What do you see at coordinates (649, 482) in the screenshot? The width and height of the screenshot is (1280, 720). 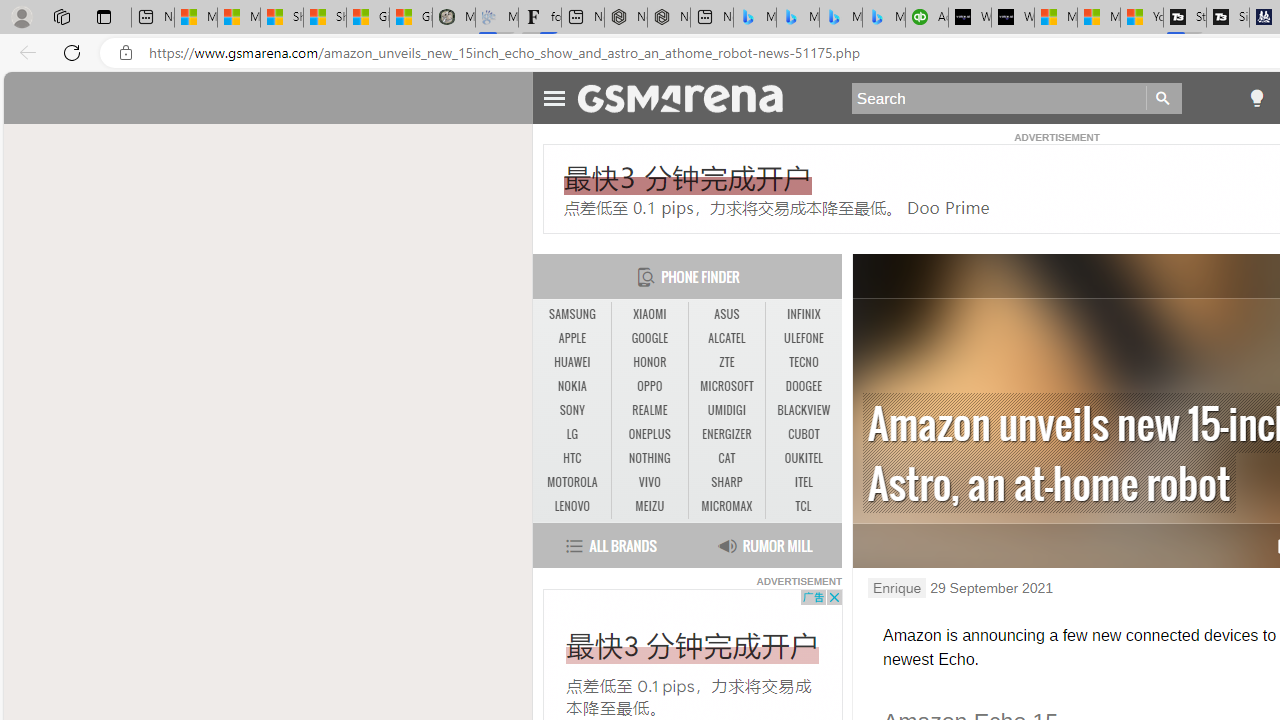 I see `'VIVO'` at bounding box center [649, 482].